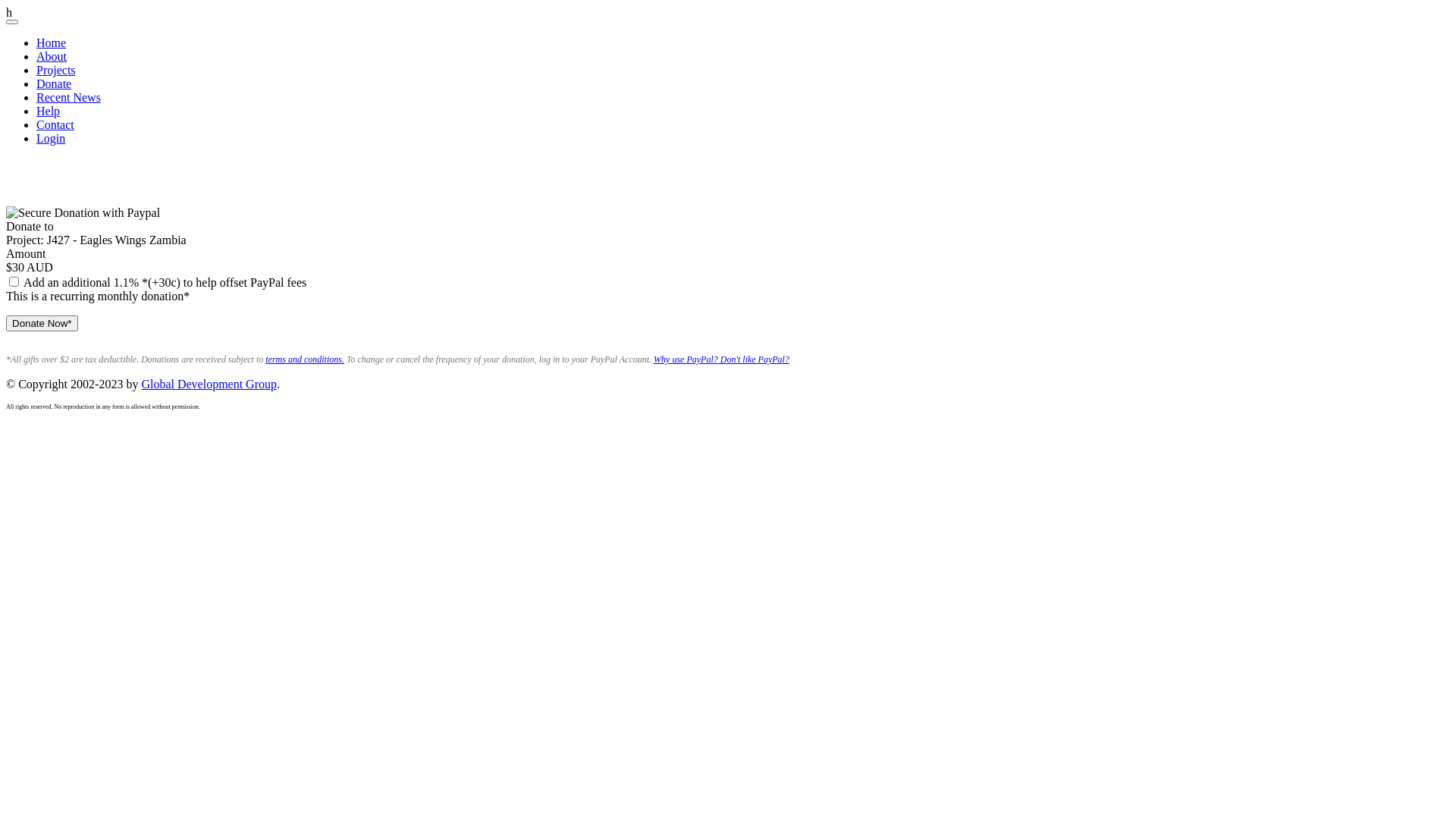 This screenshot has height=819, width=1456. I want to click on 'Global Development Group', so click(208, 383).